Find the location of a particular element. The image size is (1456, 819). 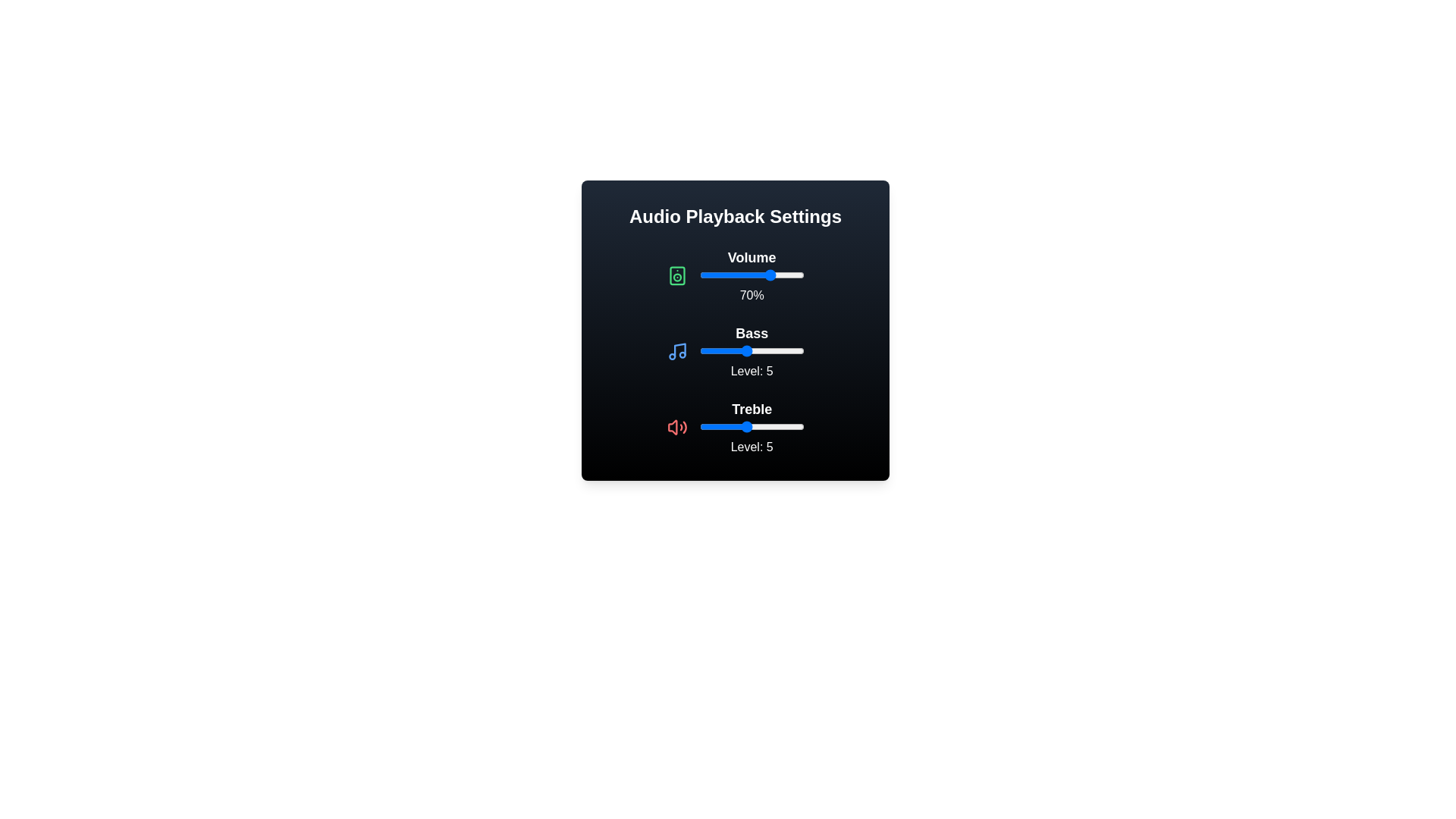

the treble level is located at coordinates (698, 427).